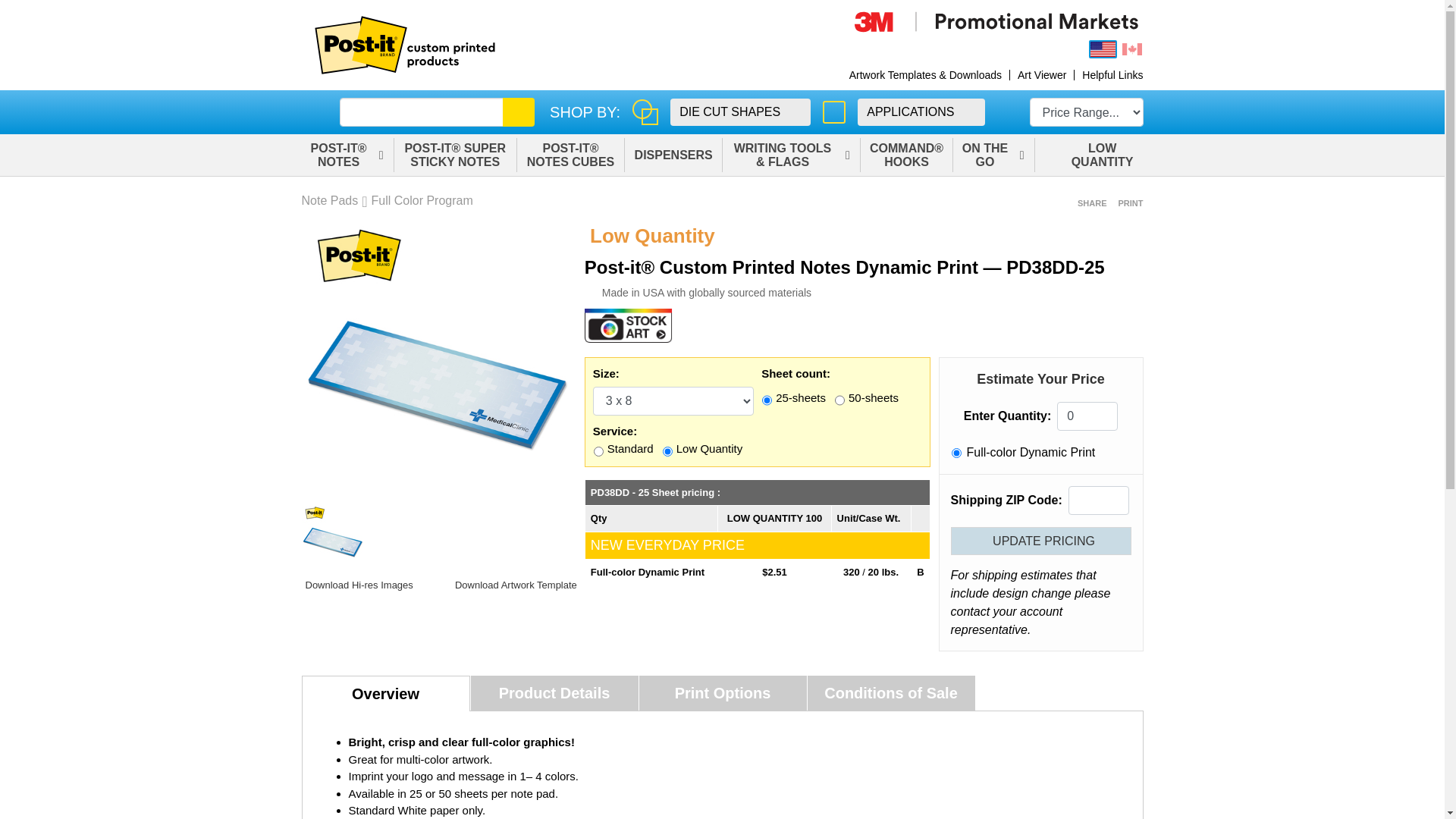 This screenshot has height=819, width=1456. What do you see at coordinates (740, 111) in the screenshot?
I see `'DIE CUT SHAPES'` at bounding box center [740, 111].